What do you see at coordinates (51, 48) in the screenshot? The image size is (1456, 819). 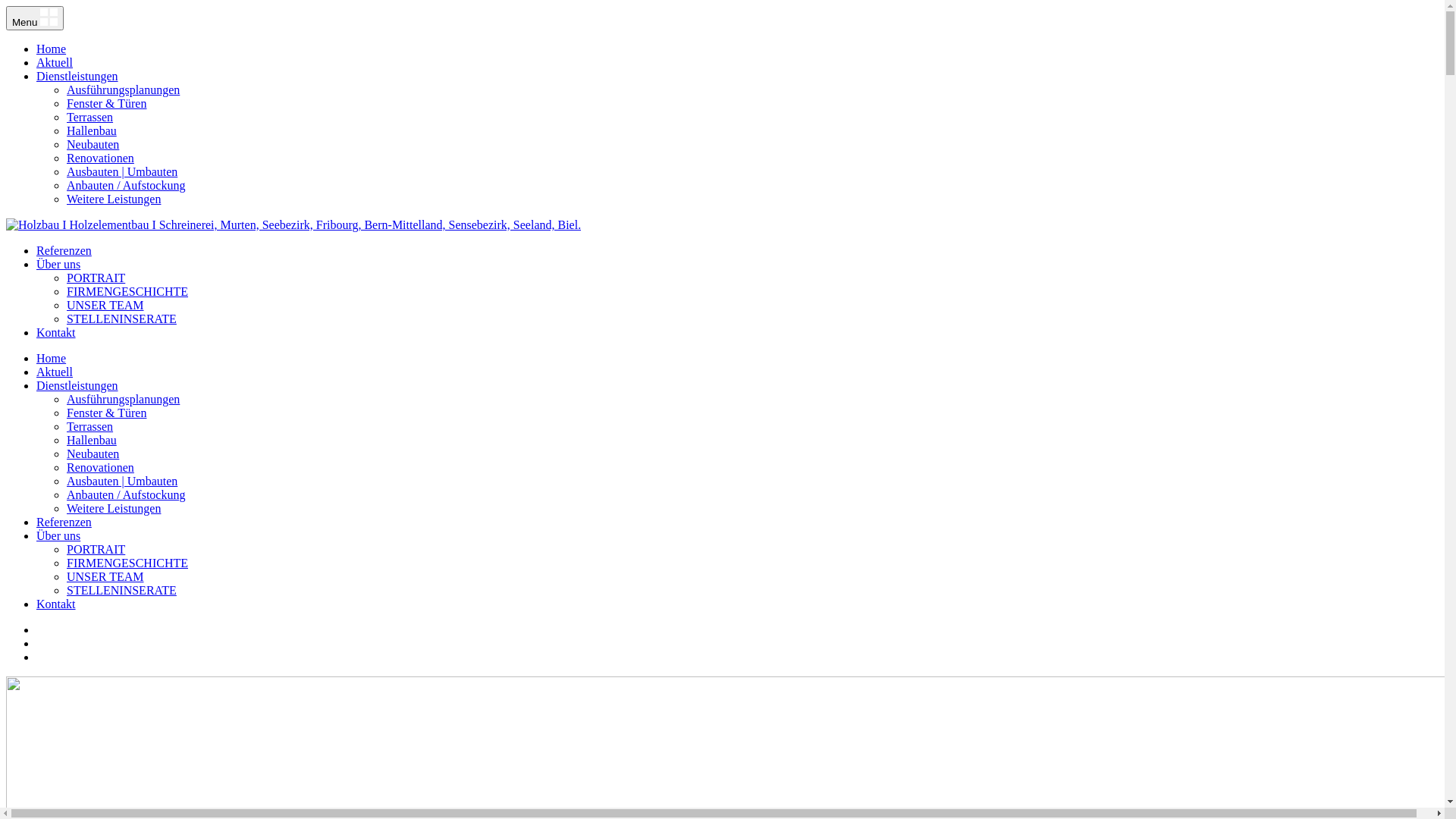 I see `'Home'` at bounding box center [51, 48].